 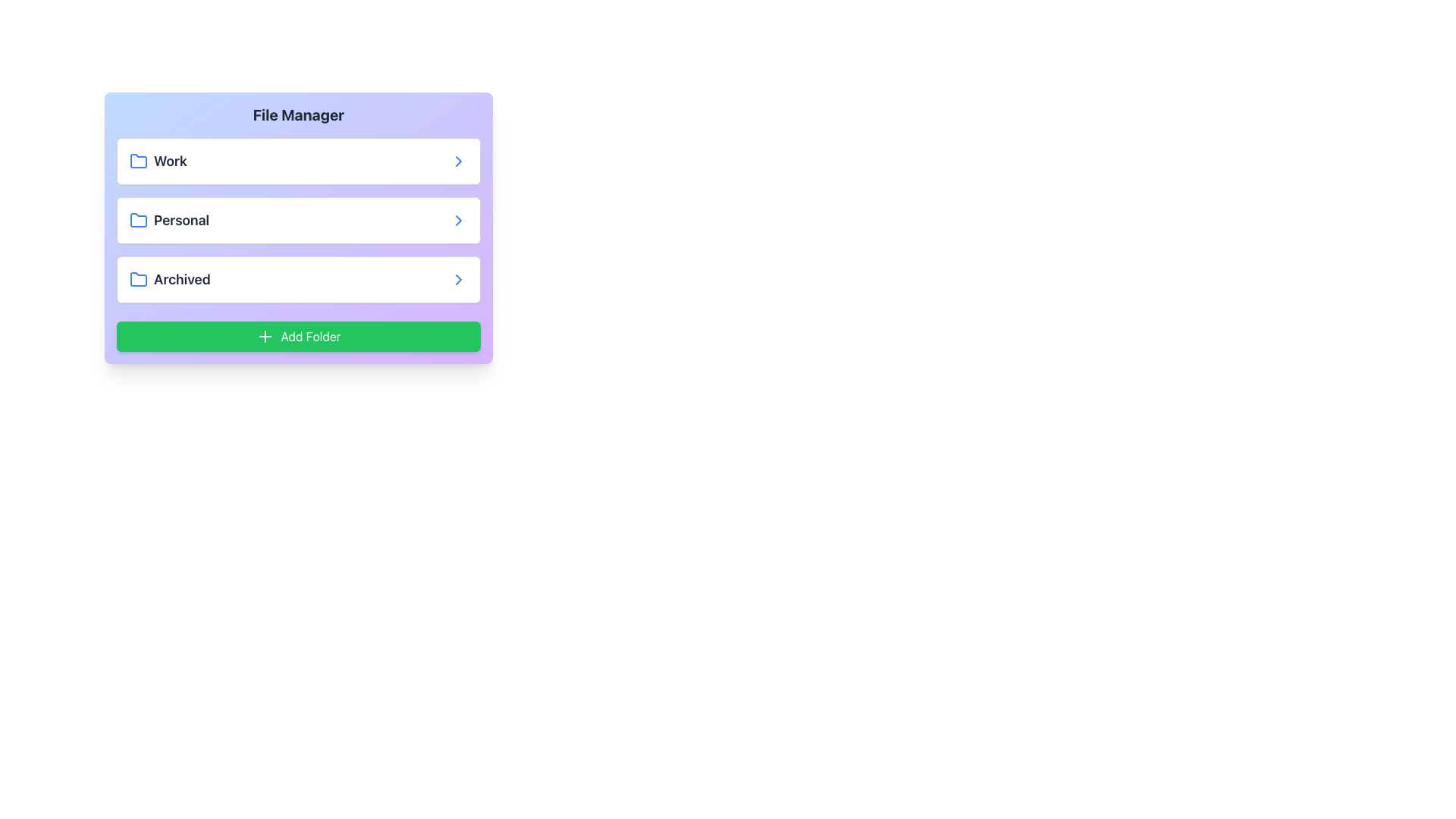 What do you see at coordinates (298, 161) in the screenshot?
I see `the 'Work' button at the top of the list in the File Manager` at bounding box center [298, 161].